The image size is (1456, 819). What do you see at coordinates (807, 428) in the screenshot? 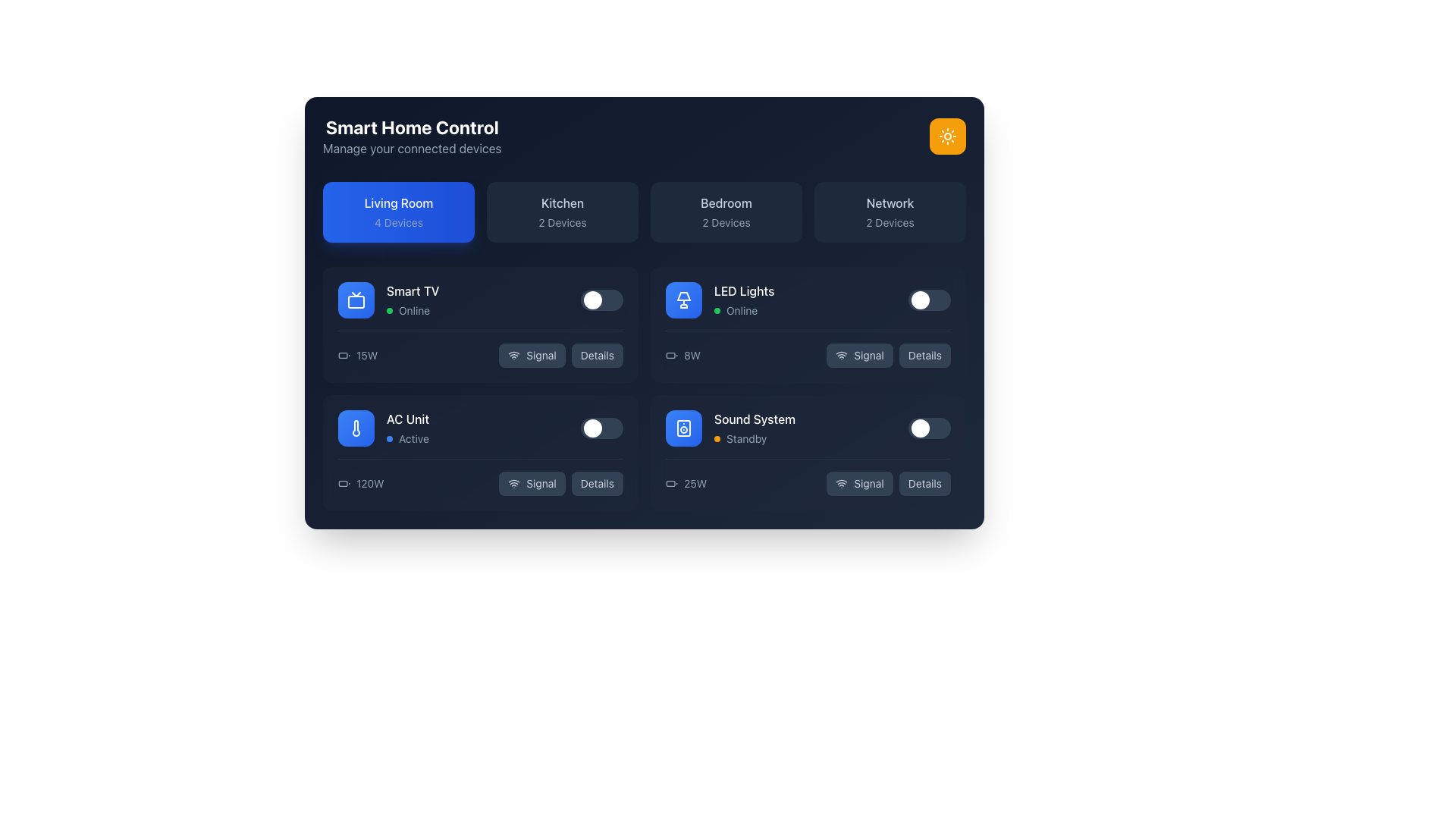
I see `the 'Sound System' device card located in the lower row of the 'Living Room' section of the smart home interface` at bounding box center [807, 428].